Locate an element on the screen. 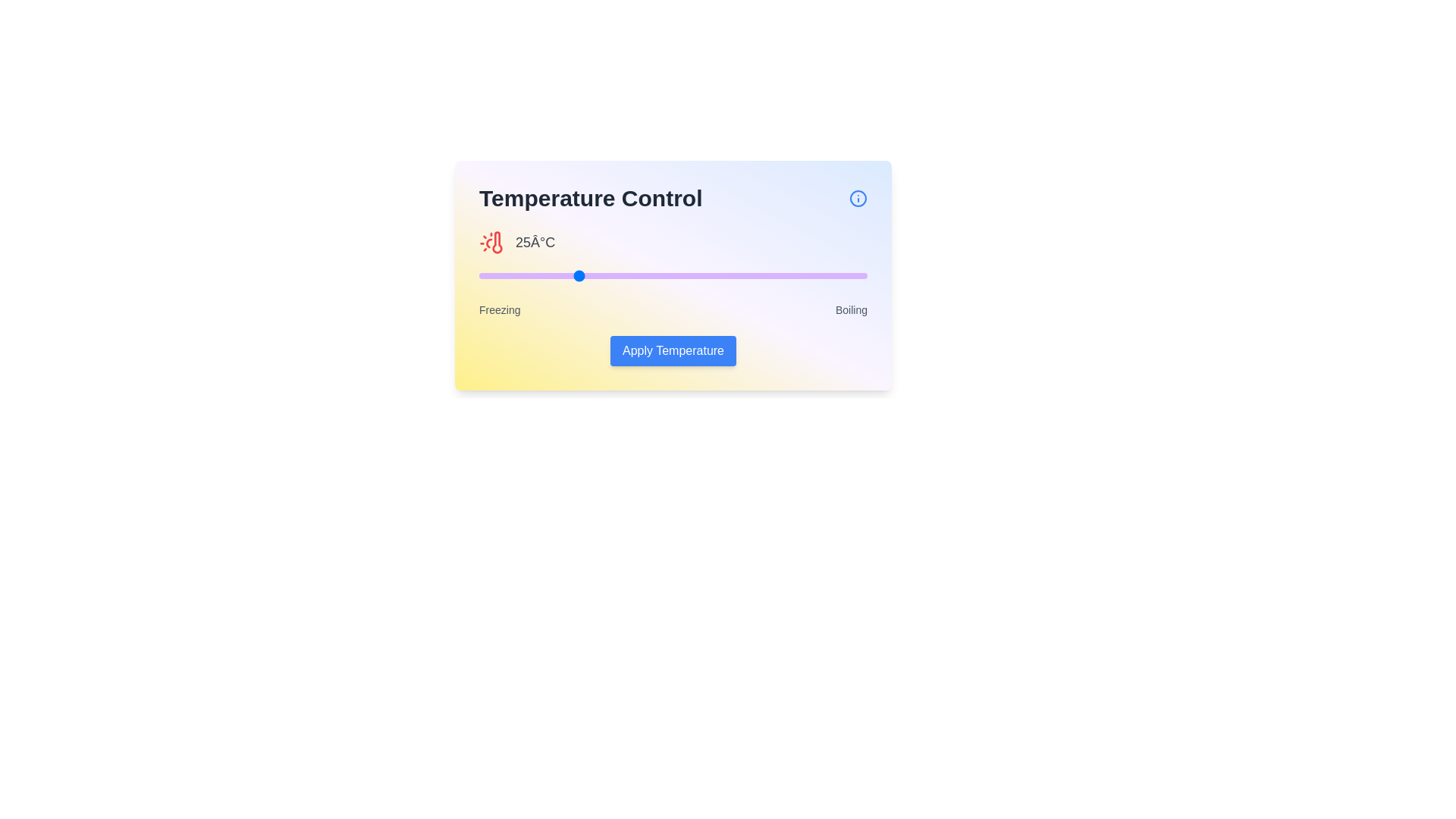 The width and height of the screenshot is (1456, 819). the temperature slider to 32 percent is located at coordinates (602, 275).